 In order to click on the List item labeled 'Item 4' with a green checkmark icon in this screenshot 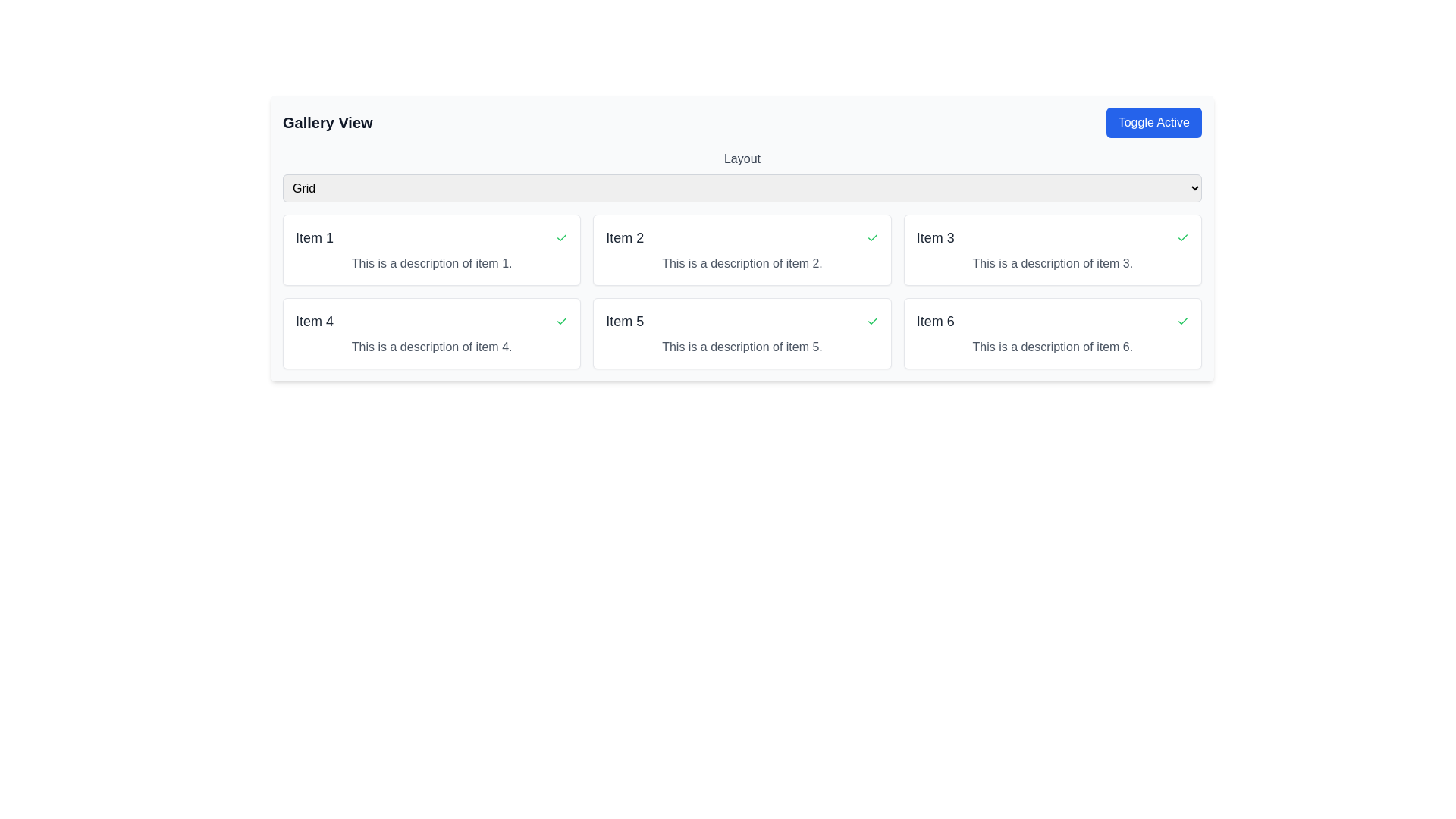, I will do `click(431, 321)`.